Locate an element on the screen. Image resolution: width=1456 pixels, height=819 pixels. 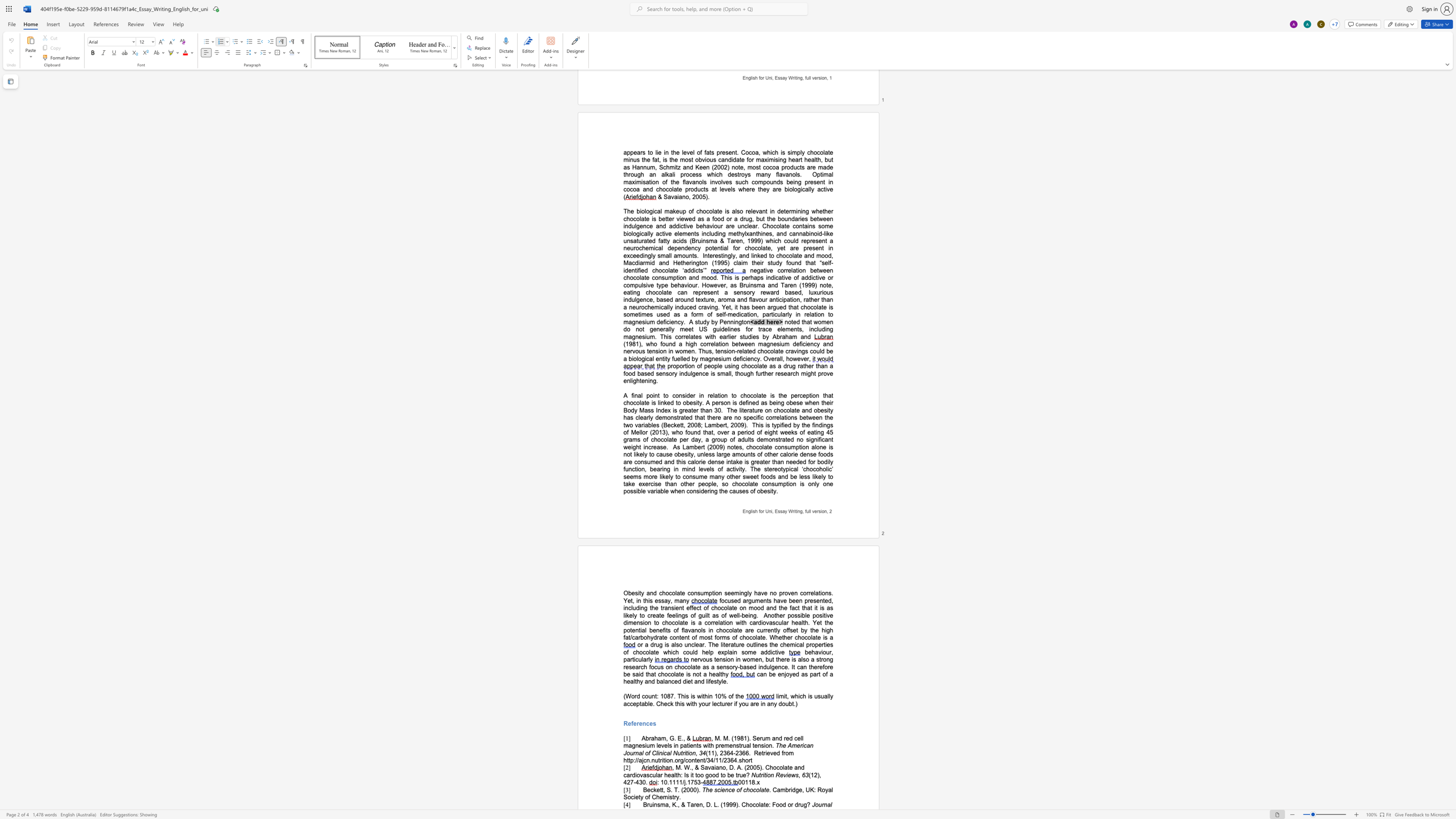
the space between the continuous character "e" and "v" in the text is located at coordinates (782, 774).